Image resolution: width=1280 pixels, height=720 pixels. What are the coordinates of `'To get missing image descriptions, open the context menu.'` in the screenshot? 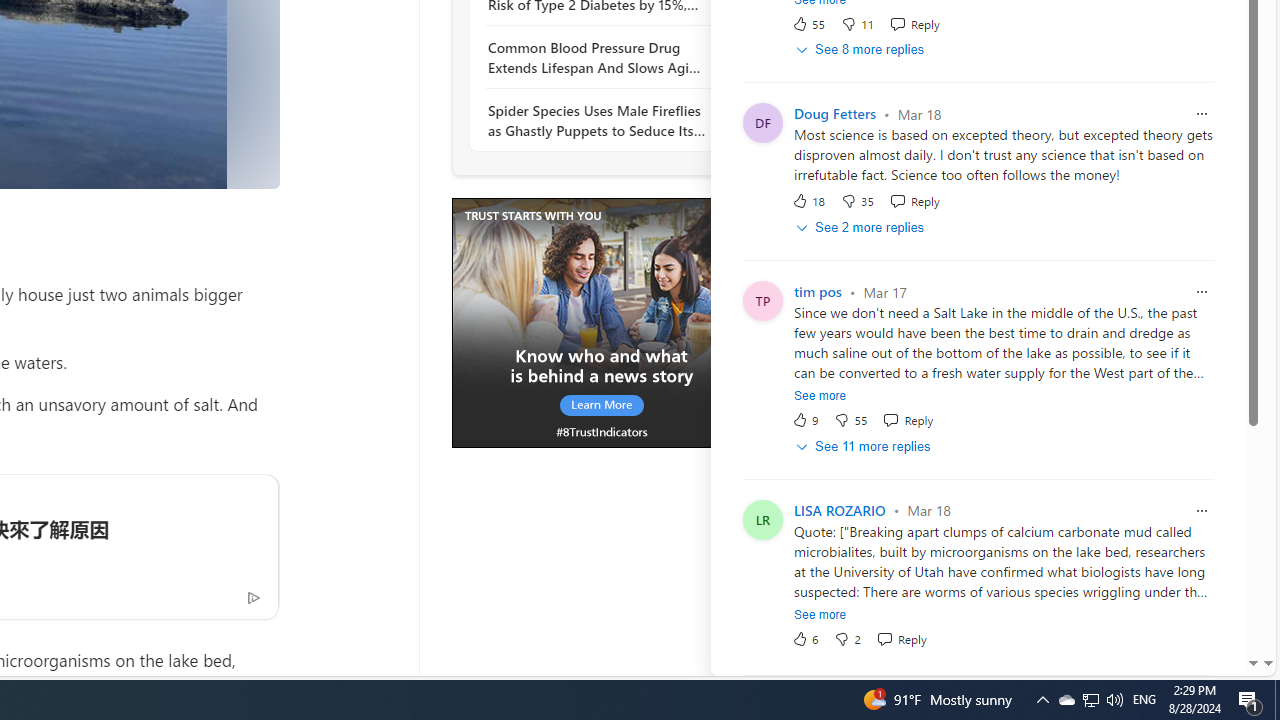 It's located at (600, 321).